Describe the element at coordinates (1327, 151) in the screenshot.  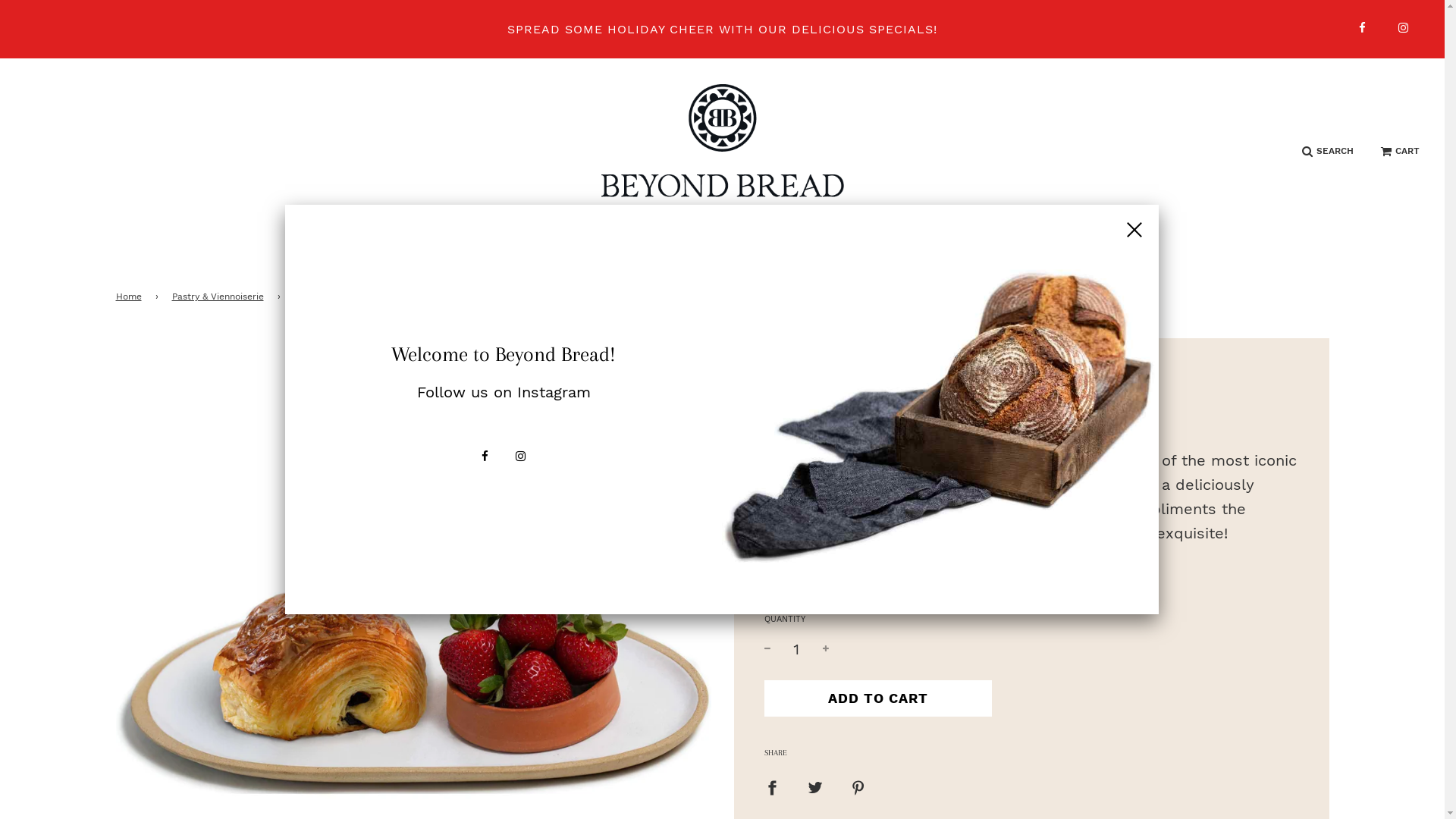
I see `'SEARCH'` at that location.